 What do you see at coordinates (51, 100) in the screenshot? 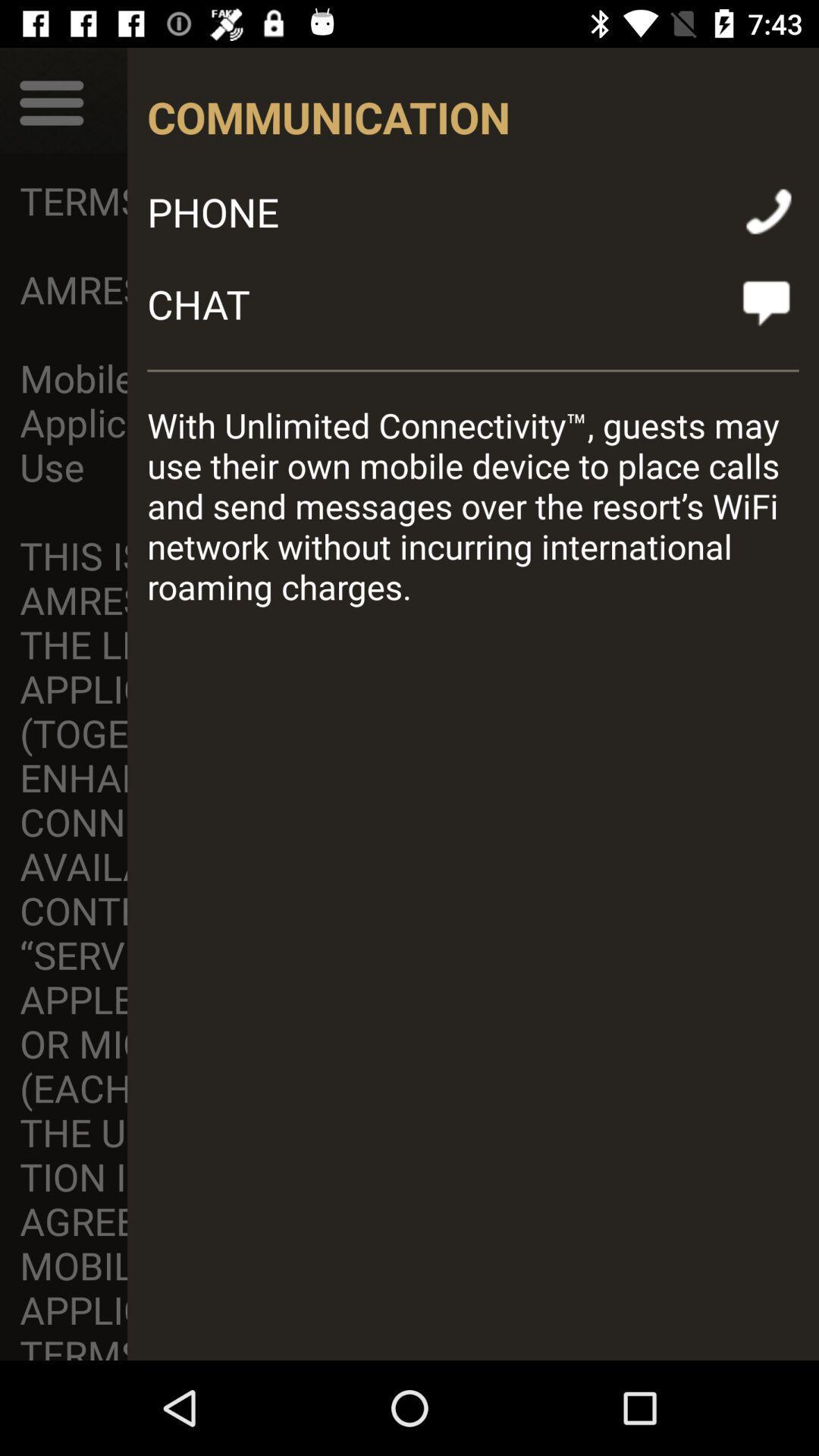
I see `the menu icon` at bounding box center [51, 100].